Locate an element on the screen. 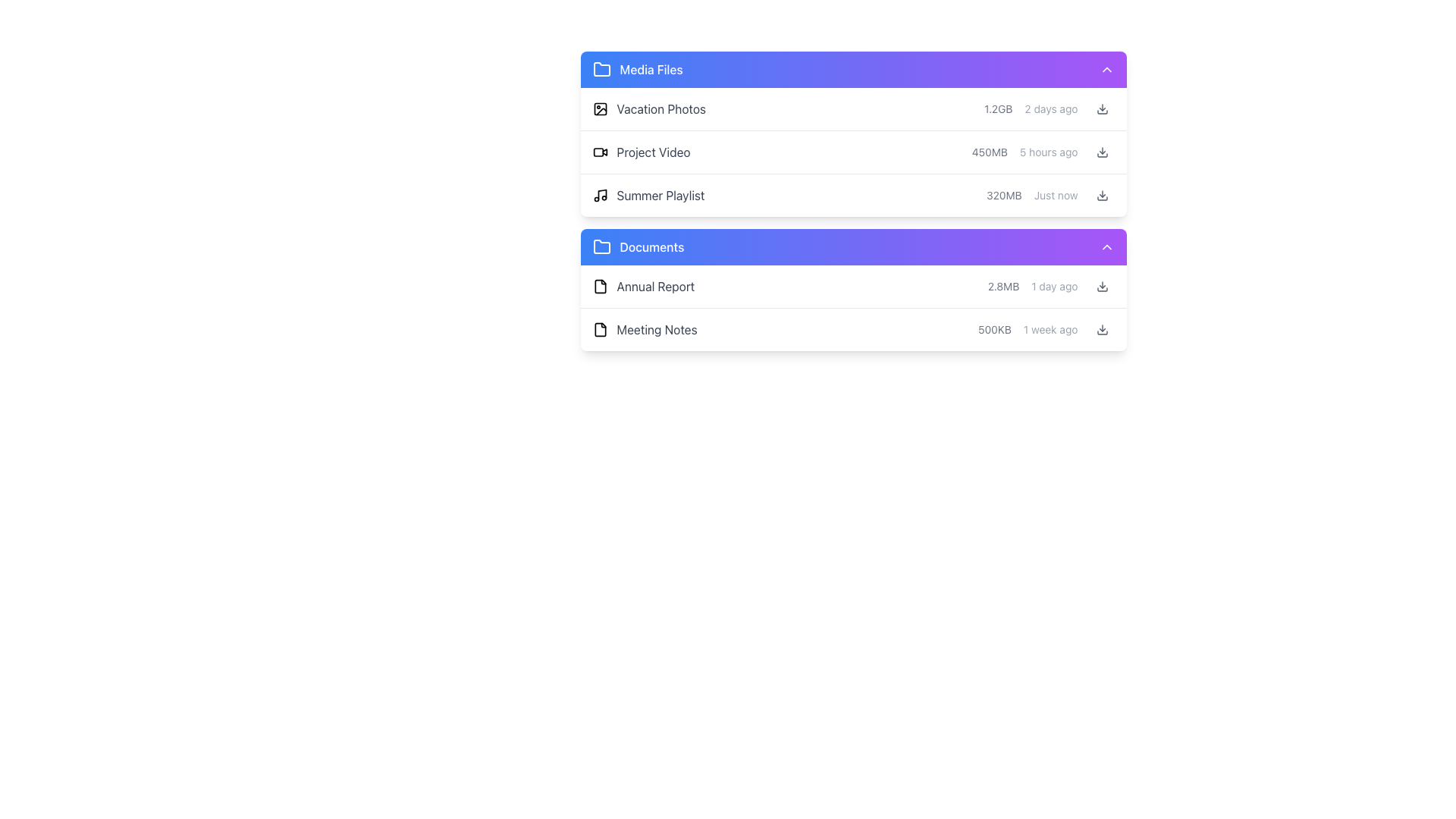 The height and width of the screenshot is (819, 1456). the text label with the video camera icon labeled 'Project Video' in the 'Media Files' section, located in the second row, between 'Vacation Photos' and 'Summer Playlist' is located at coordinates (641, 152).